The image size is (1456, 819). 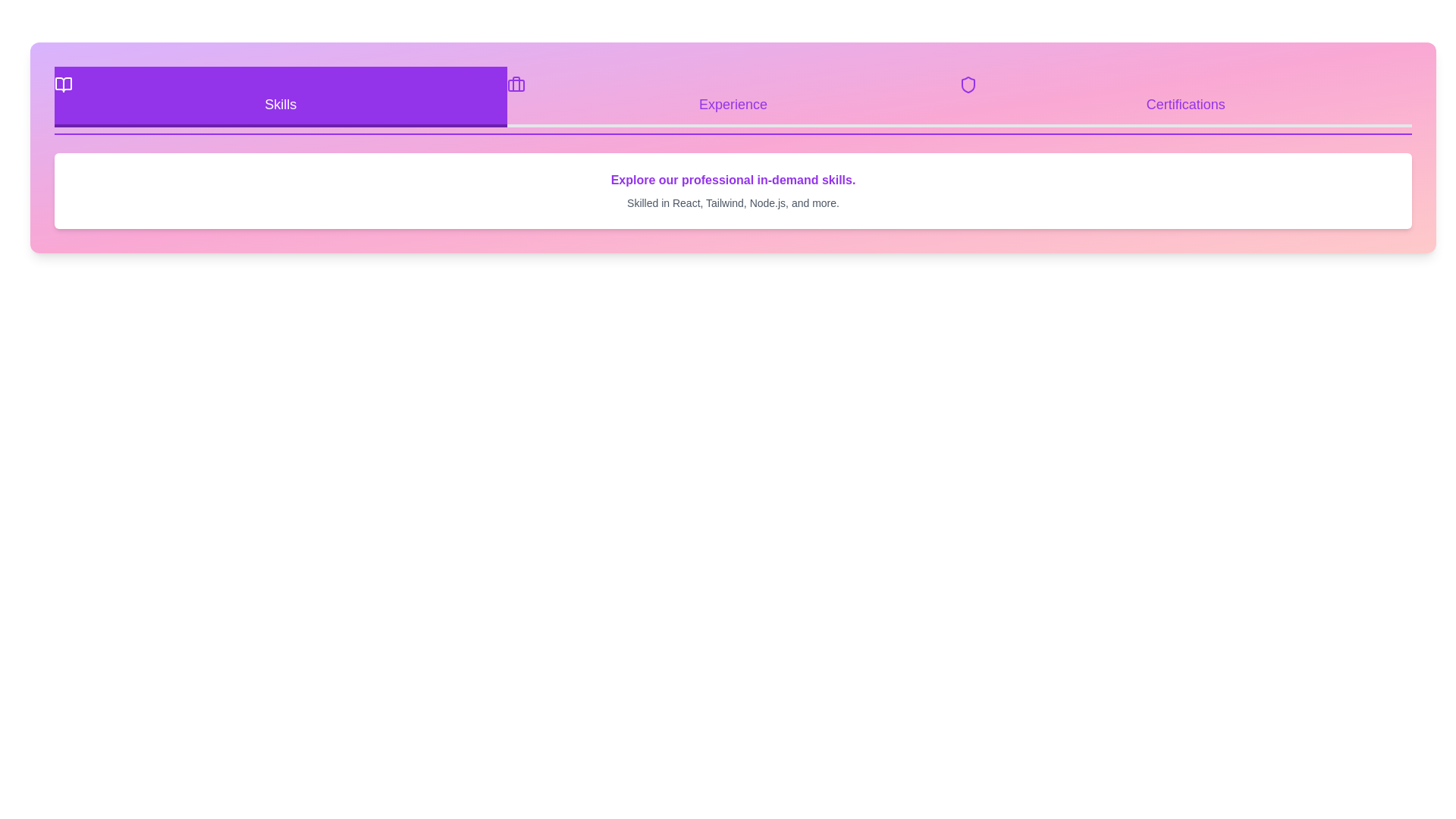 What do you see at coordinates (1185, 96) in the screenshot?
I see `the Certifications tab by clicking on its button` at bounding box center [1185, 96].